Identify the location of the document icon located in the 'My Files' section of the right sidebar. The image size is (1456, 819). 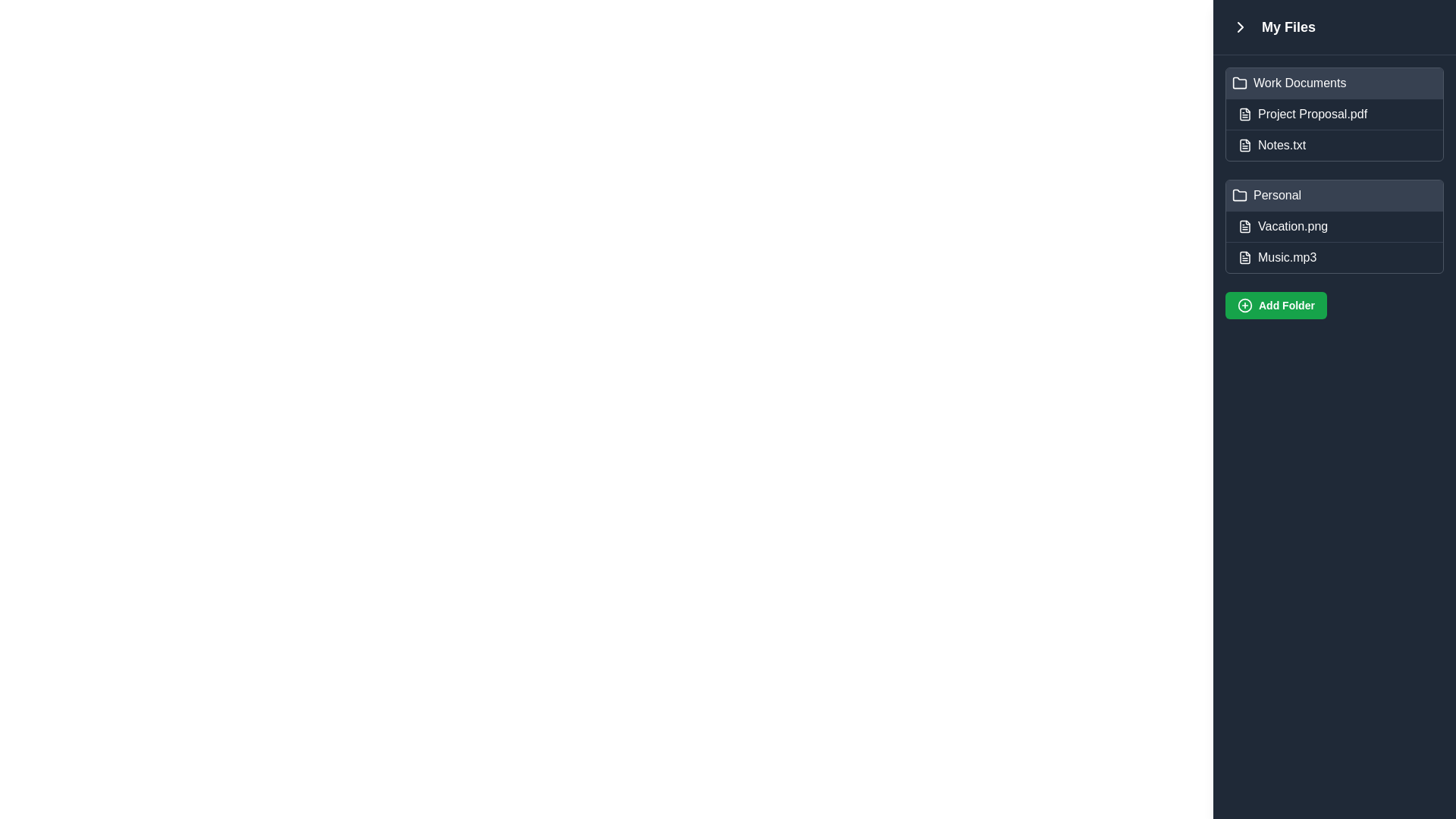
(1244, 113).